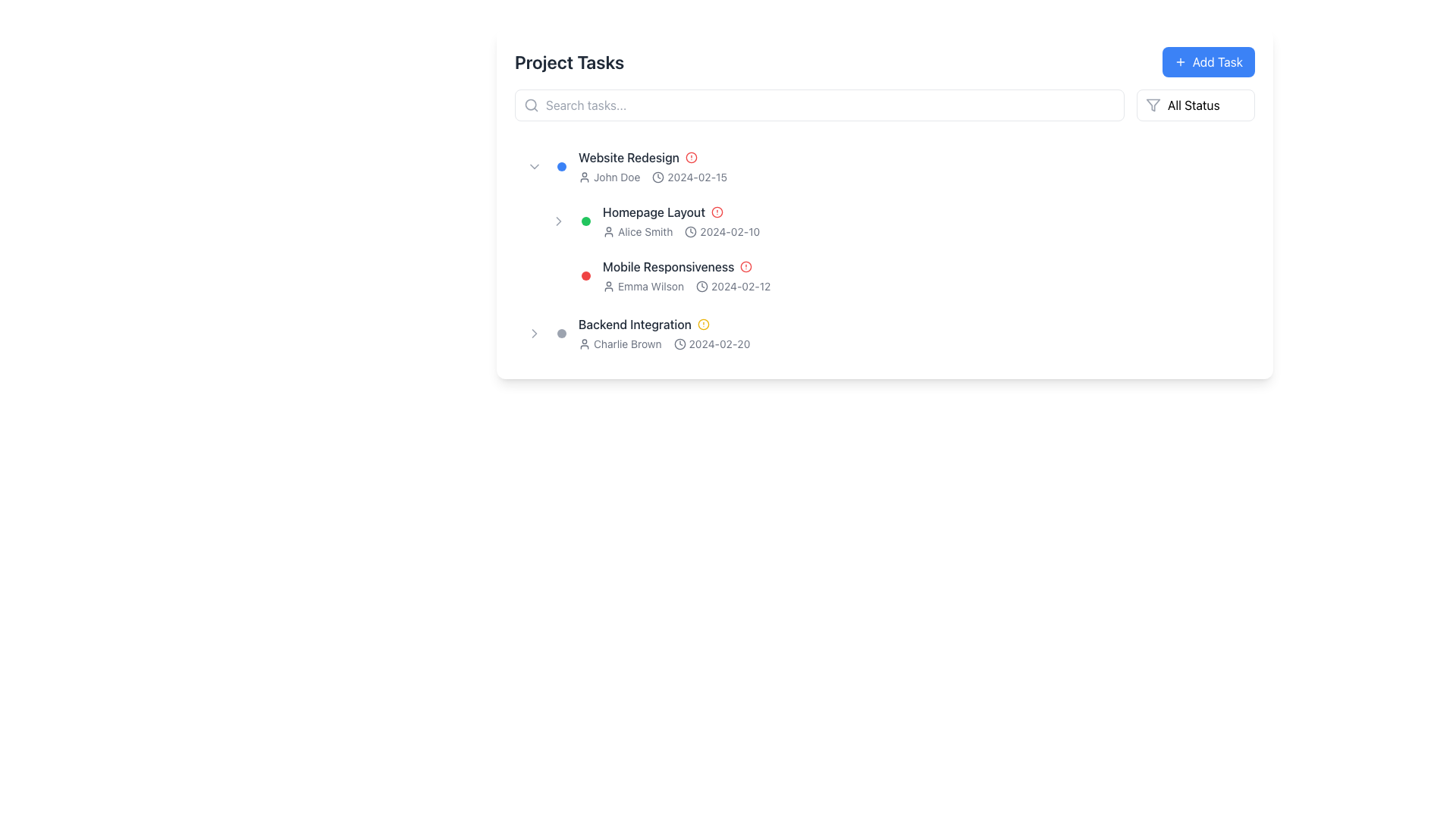  Describe the element at coordinates (531, 104) in the screenshot. I see `the magnifying glass icon located at the extreme left of the search input area` at that location.